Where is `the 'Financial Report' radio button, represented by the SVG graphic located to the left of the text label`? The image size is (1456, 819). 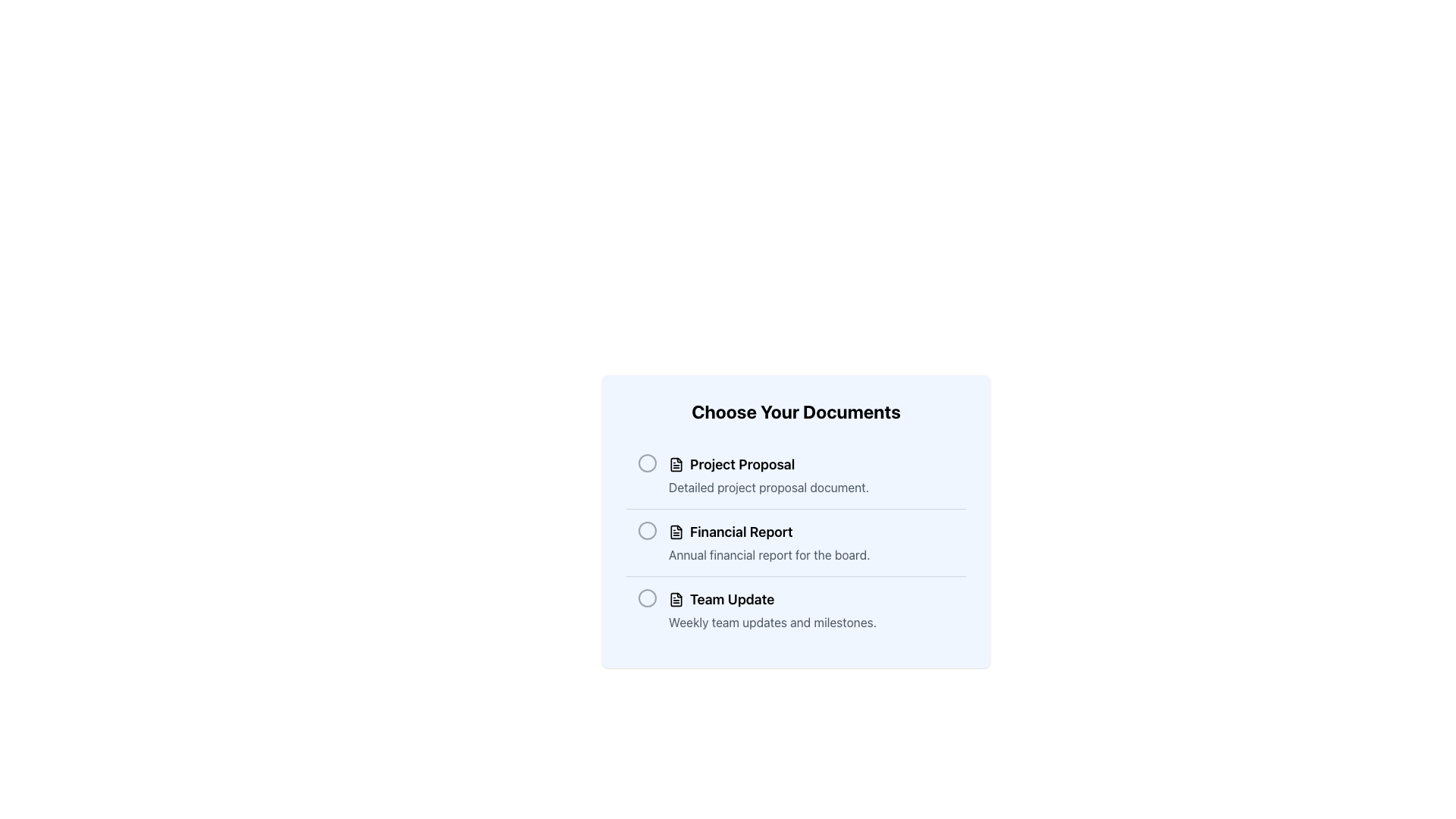
the 'Financial Report' radio button, represented by the SVG graphic located to the left of the text label is located at coordinates (676, 532).